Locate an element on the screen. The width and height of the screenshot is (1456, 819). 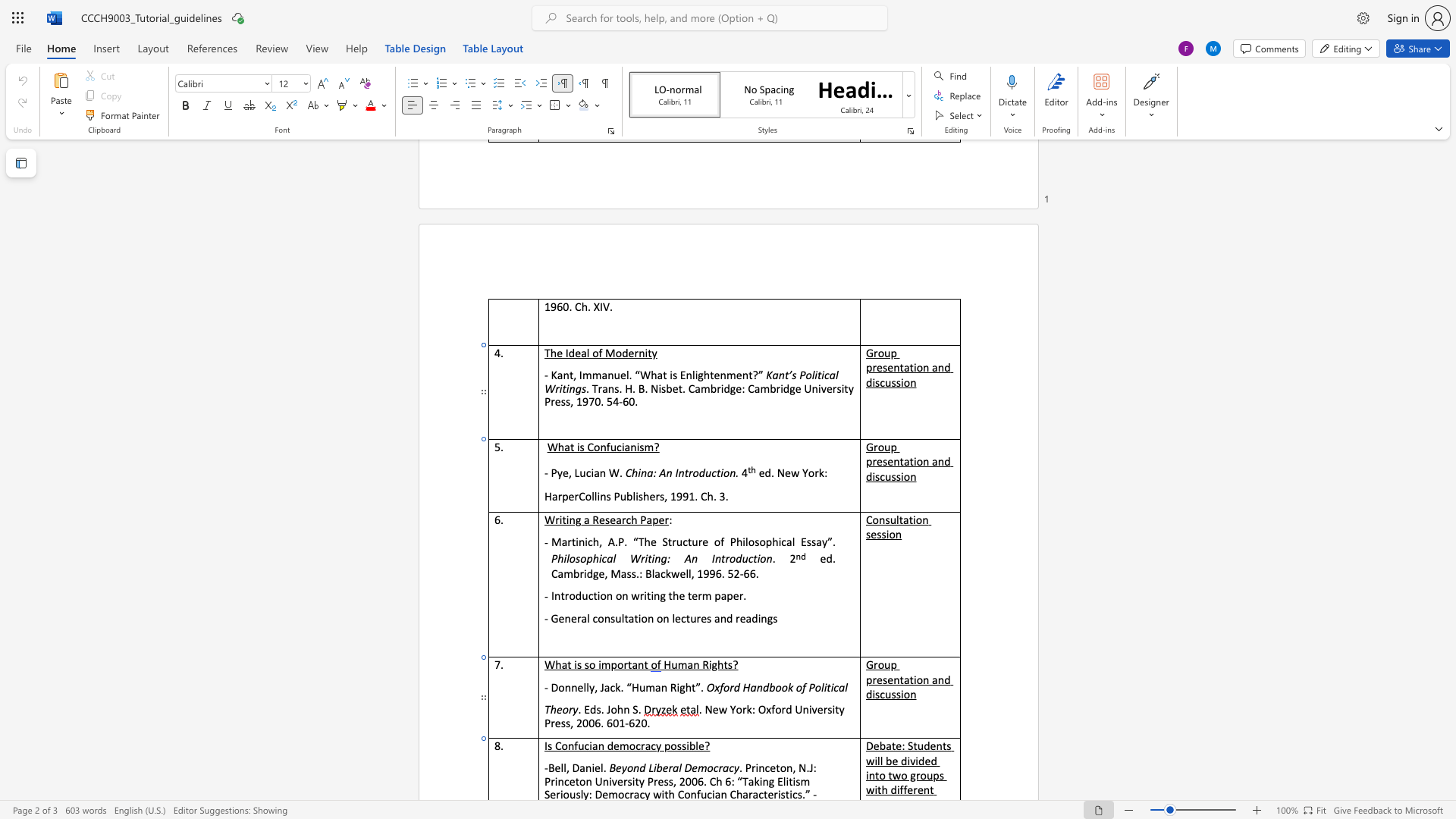
the 1th character "d" in the text is located at coordinates (767, 472).